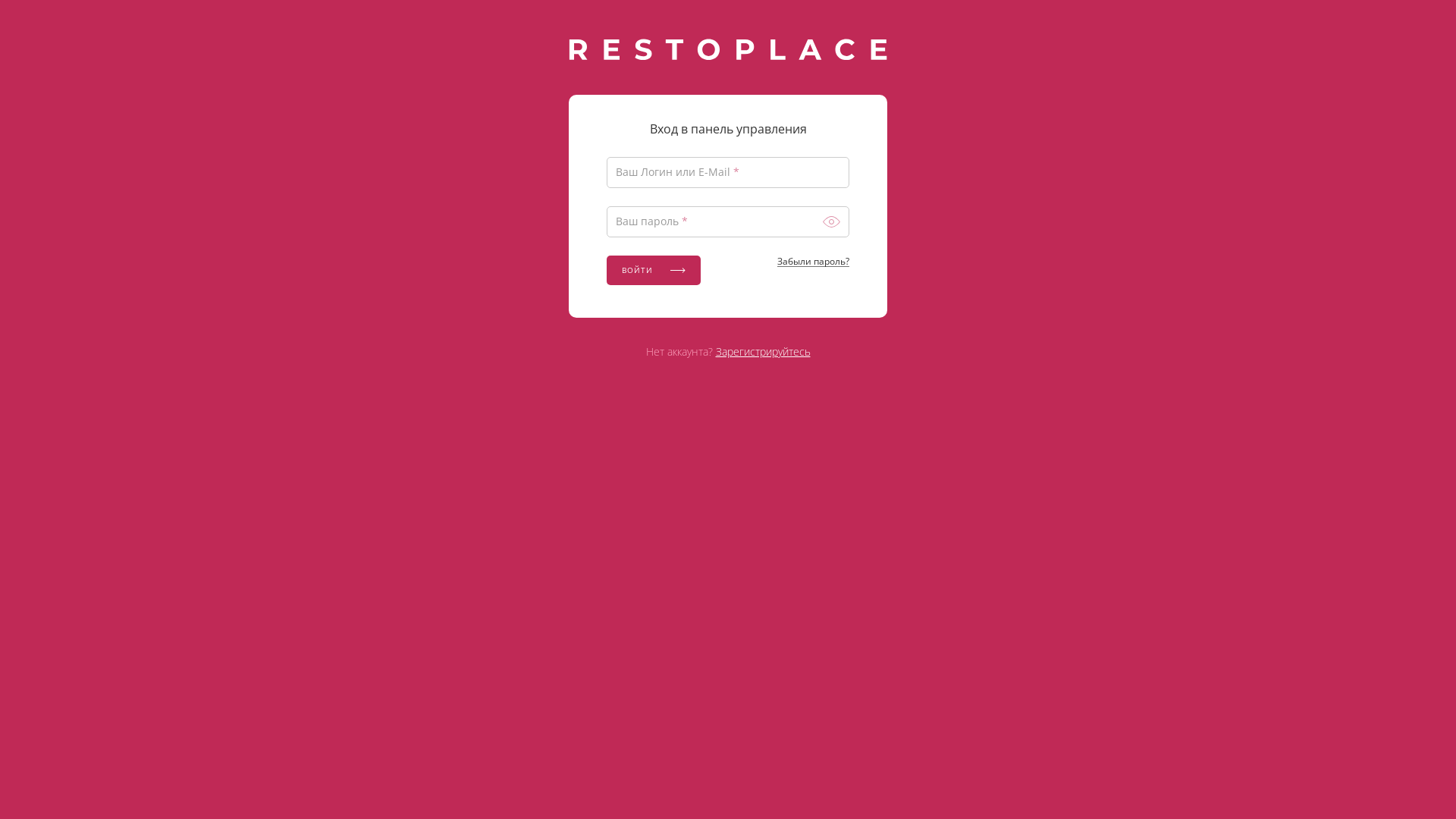 The height and width of the screenshot is (819, 1456). I want to click on 'RESTOPLACE', so click(728, 49).